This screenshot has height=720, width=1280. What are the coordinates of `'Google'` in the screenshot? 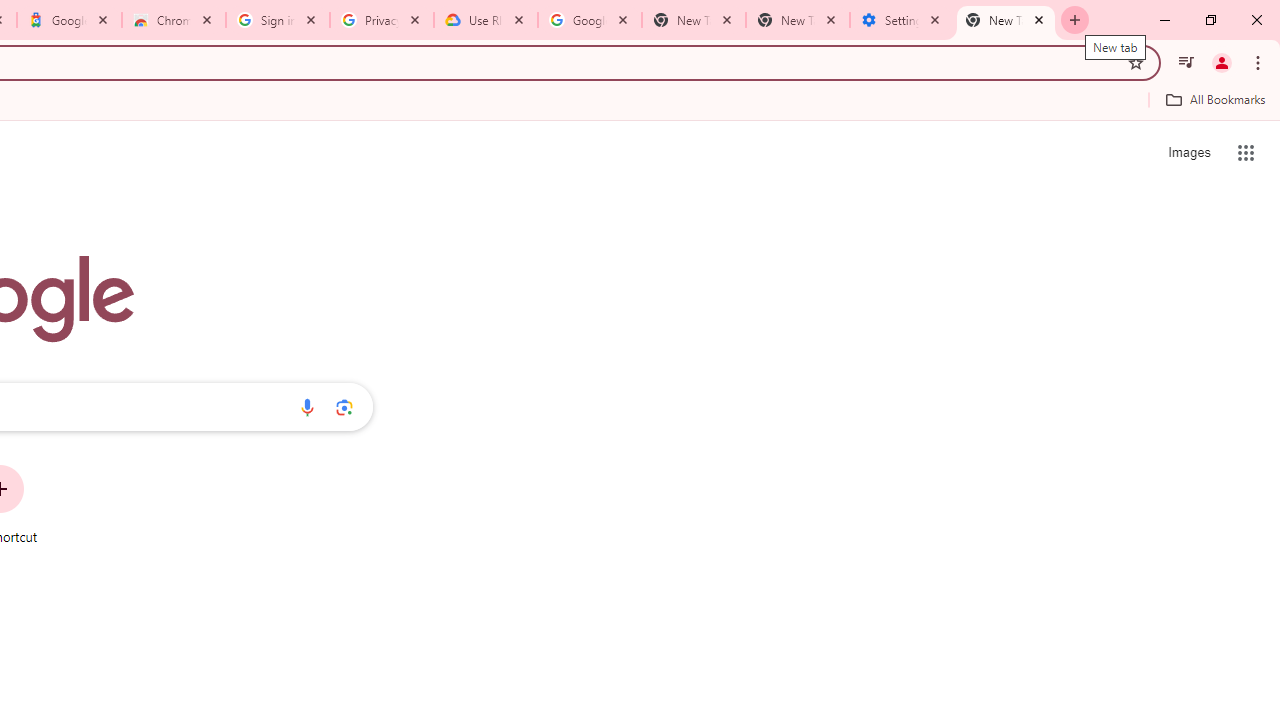 It's located at (69, 20).